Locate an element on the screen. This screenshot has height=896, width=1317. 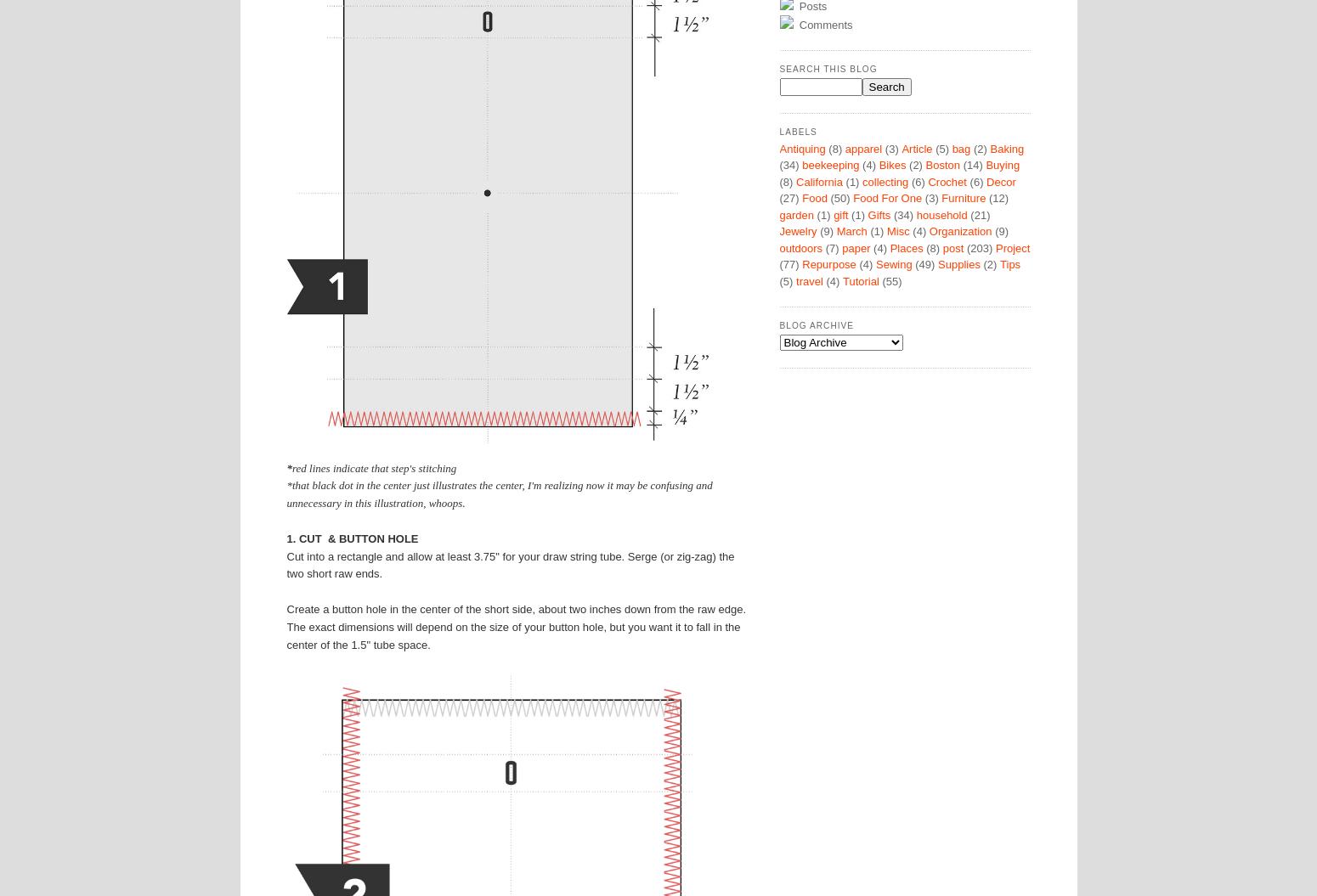
'(203)' is located at coordinates (979, 247).